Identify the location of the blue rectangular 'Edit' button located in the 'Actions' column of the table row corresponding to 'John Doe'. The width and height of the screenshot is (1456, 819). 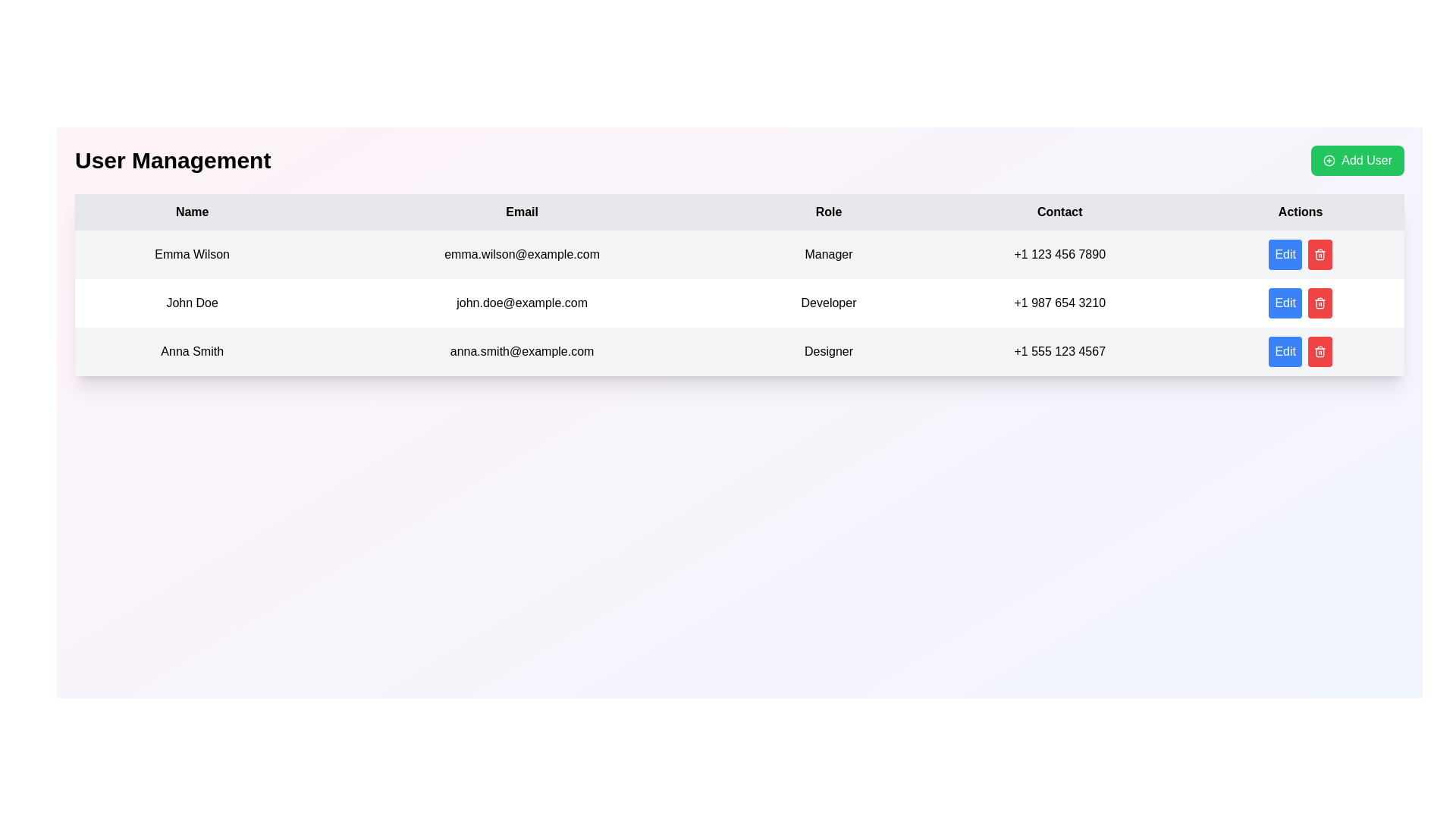
(1300, 303).